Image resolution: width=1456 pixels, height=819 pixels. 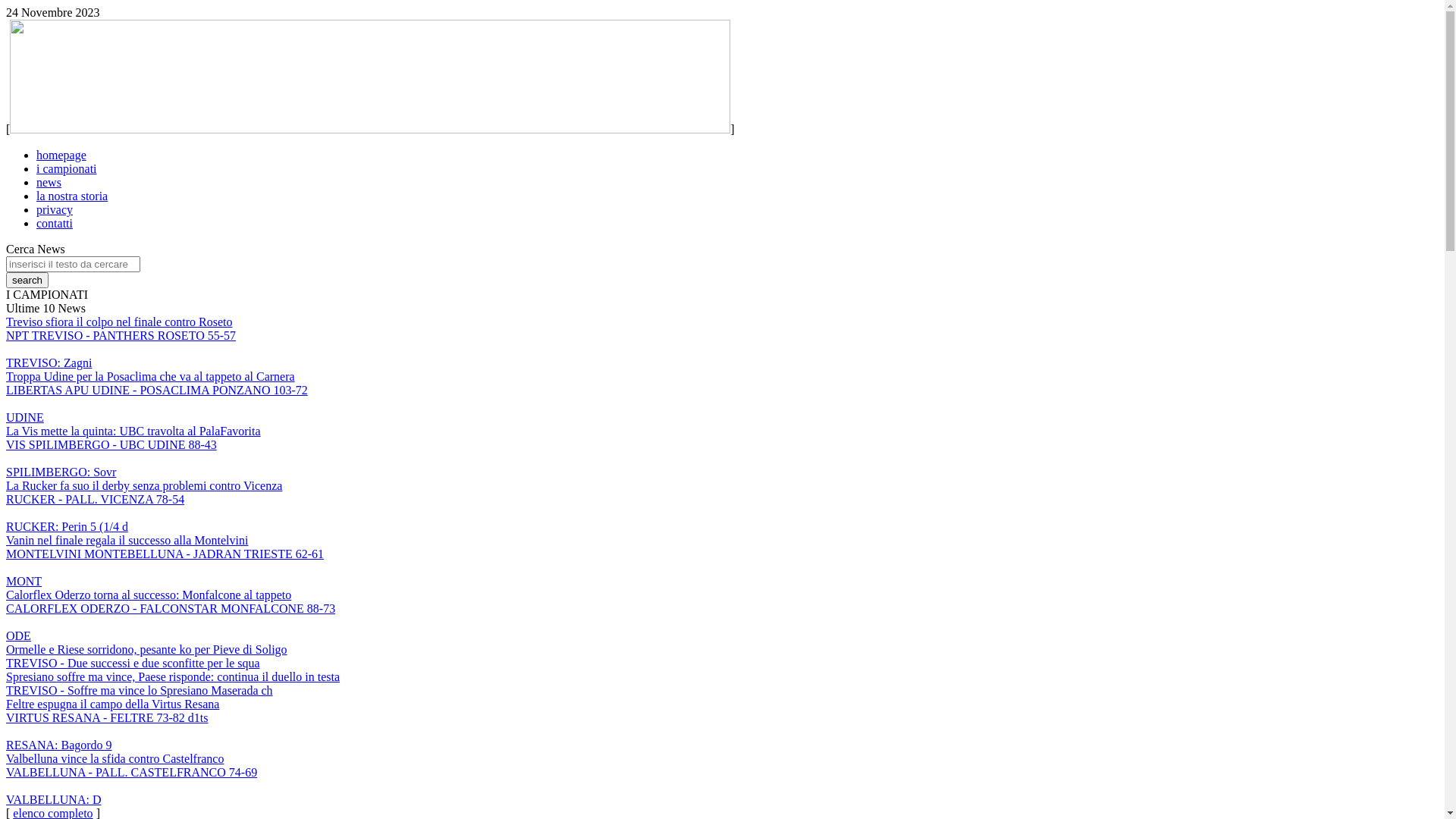 What do you see at coordinates (120, 349) in the screenshot?
I see `'NPT TREVISO - PANTHERS ROSETO 55-57` at bounding box center [120, 349].